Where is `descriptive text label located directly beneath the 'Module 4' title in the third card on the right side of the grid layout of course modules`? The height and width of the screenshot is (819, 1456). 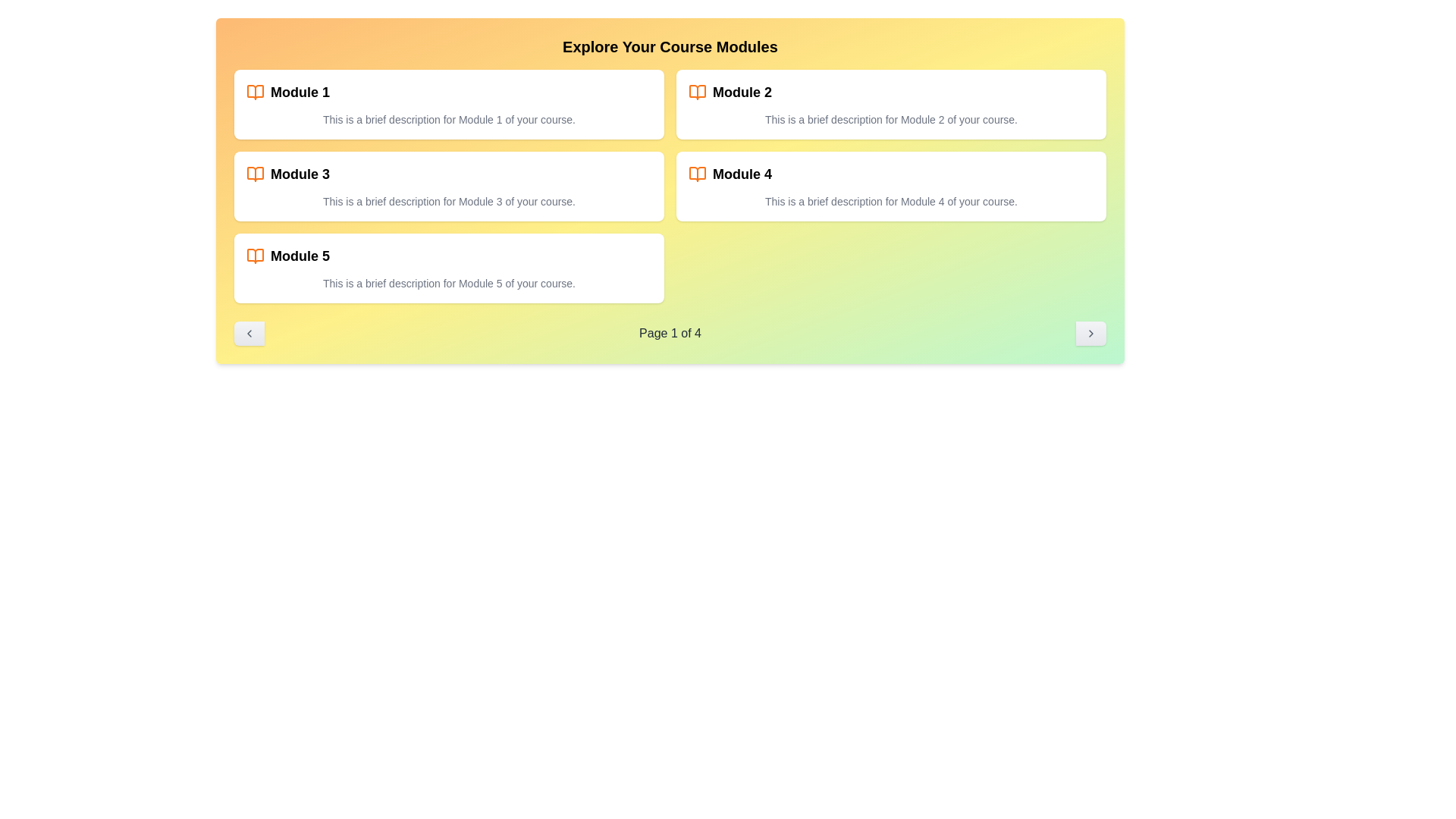
descriptive text label located directly beneath the 'Module 4' title in the third card on the right side of the grid layout of course modules is located at coordinates (891, 201).